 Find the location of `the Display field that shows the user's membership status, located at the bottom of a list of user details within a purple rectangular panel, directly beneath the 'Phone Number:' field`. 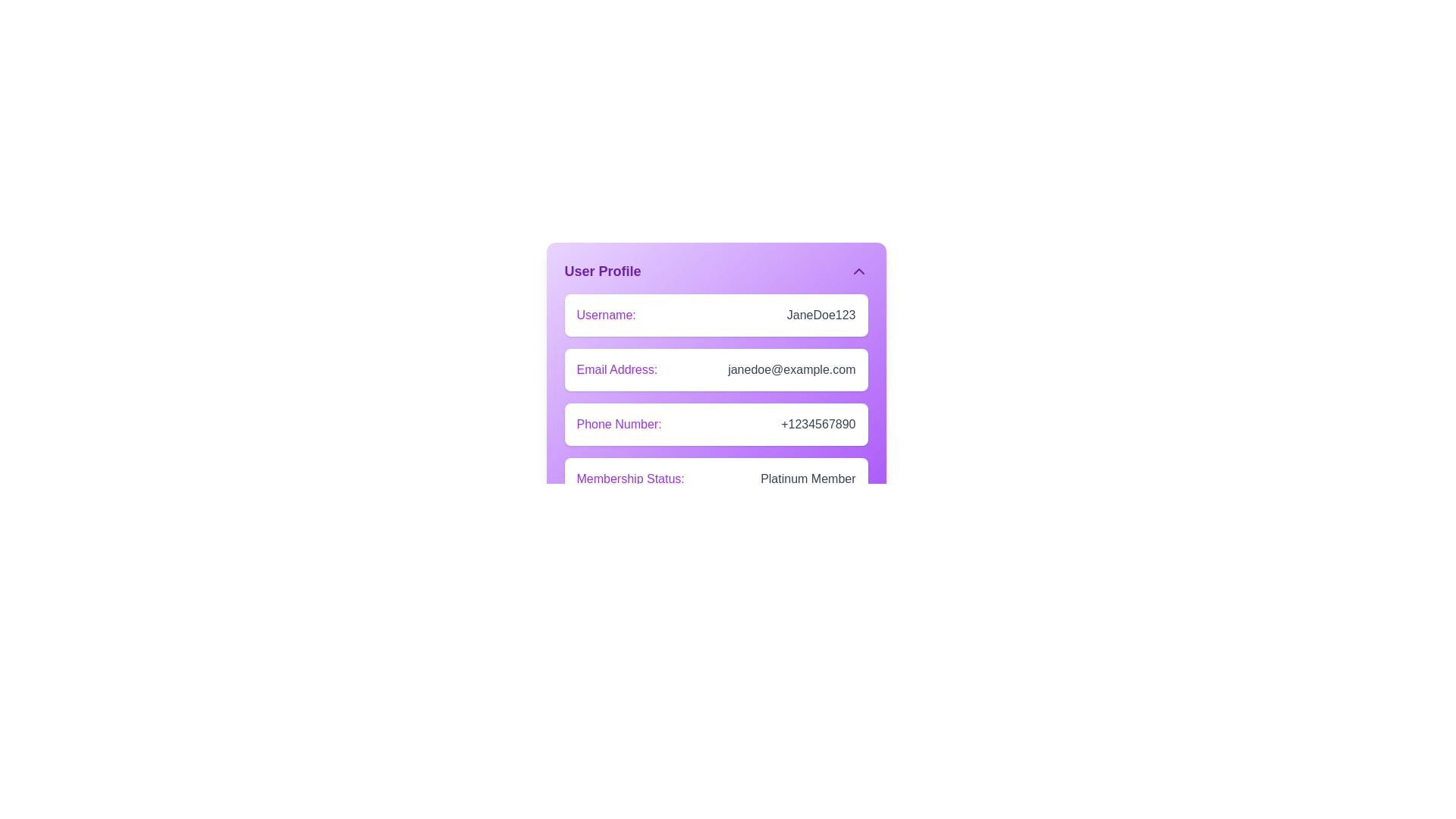

the Display field that shows the user's membership status, located at the bottom of a list of user details within a purple rectangular panel, directly beneath the 'Phone Number:' field is located at coordinates (715, 479).